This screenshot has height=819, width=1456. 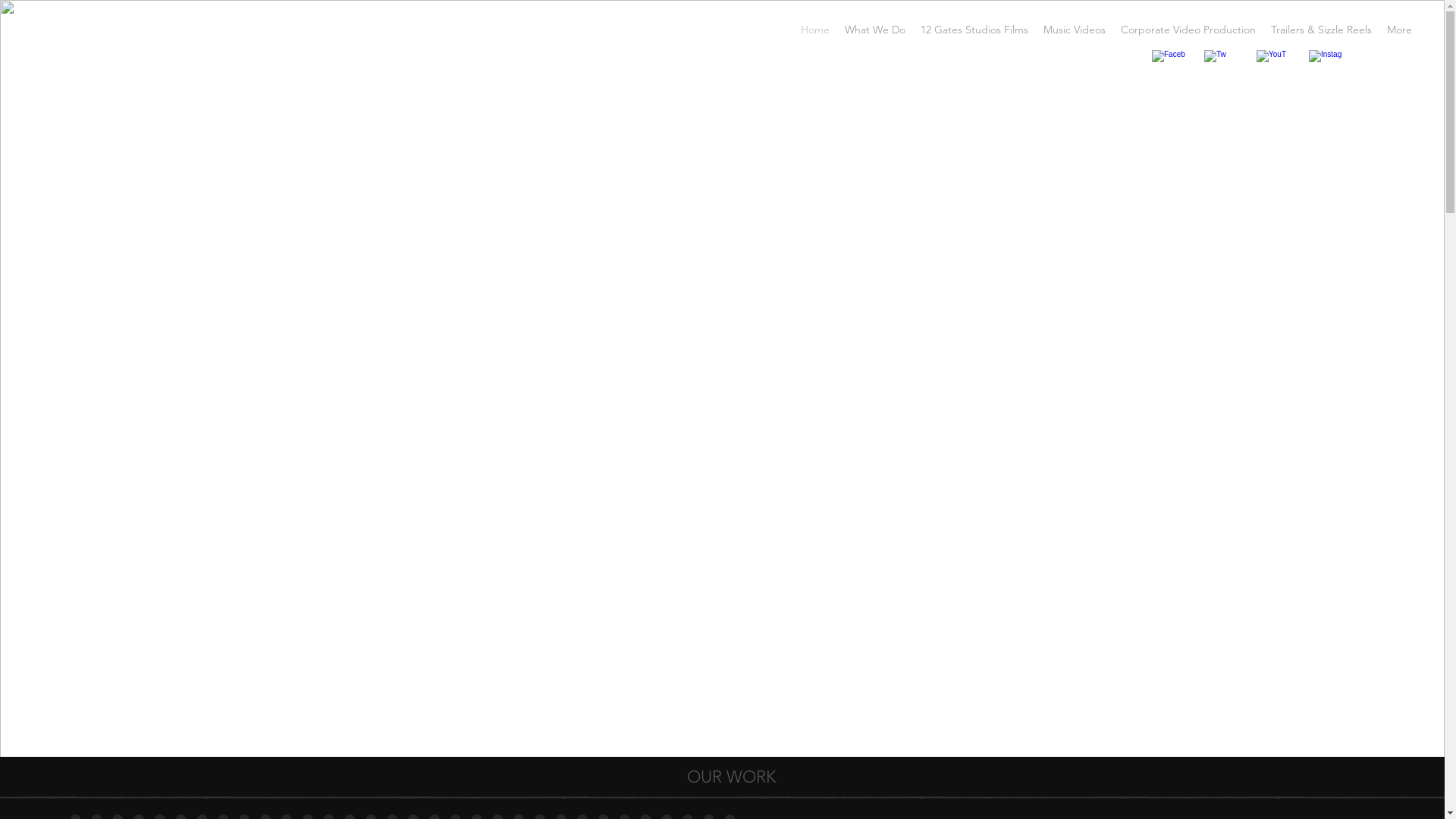 What do you see at coordinates (874, 29) in the screenshot?
I see `'What We Do'` at bounding box center [874, 29].